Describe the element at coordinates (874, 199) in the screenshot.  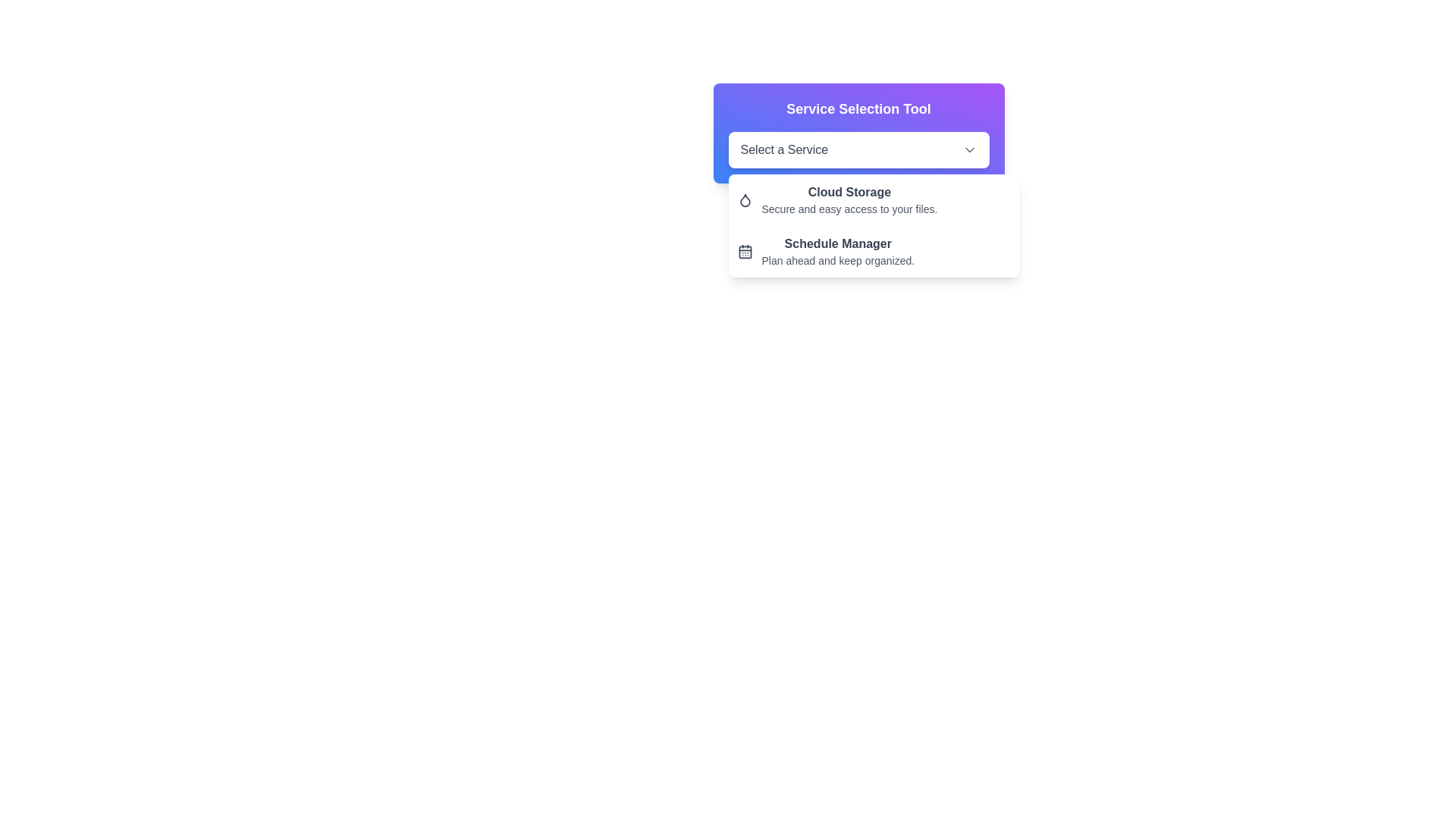
I see `the 'Cloud Storage' list item in the dropdown menu to observe the background color change effect` at that location.